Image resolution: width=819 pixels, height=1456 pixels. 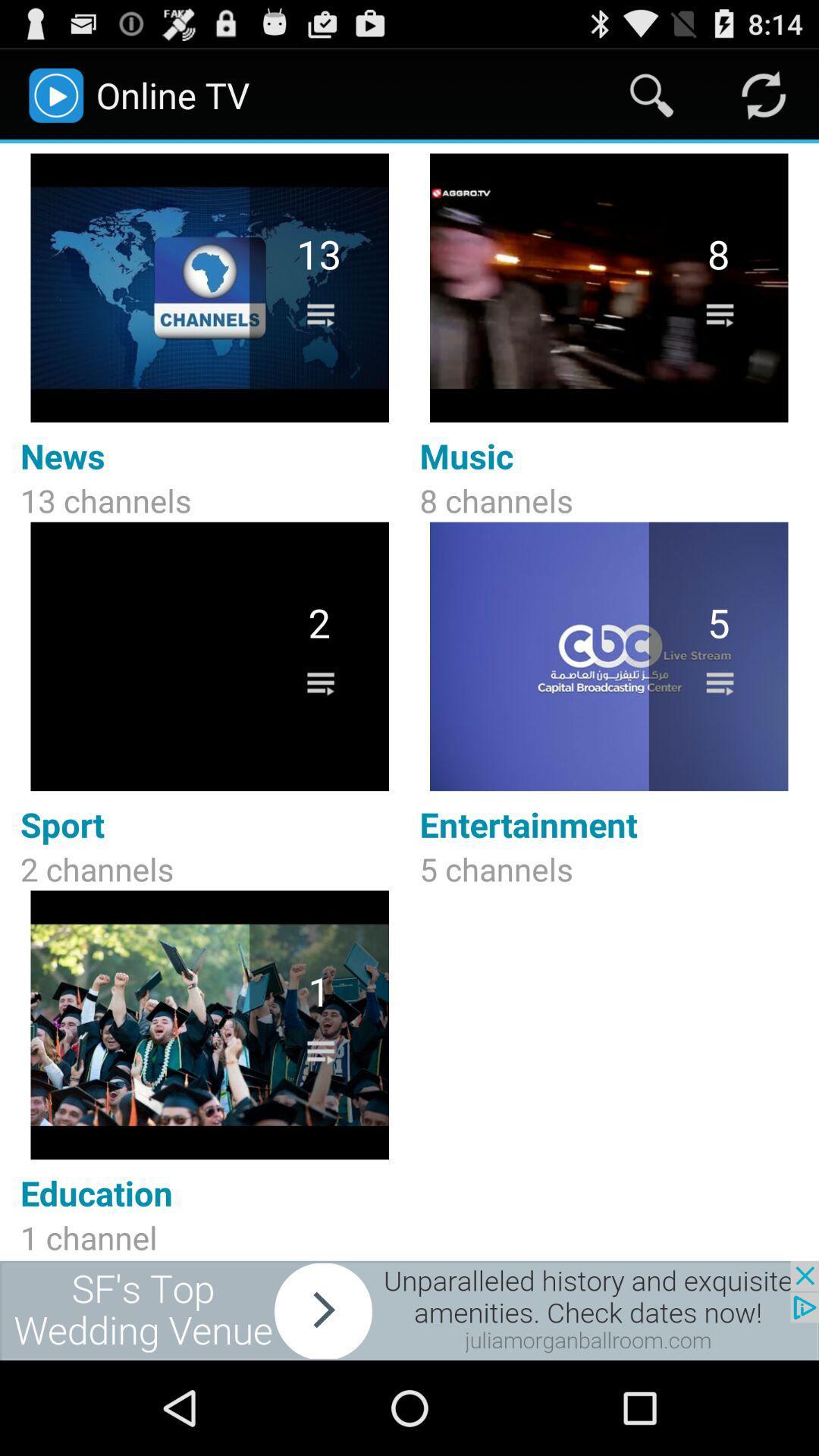 I want to click on refresh option, so click(x=763, y=94).